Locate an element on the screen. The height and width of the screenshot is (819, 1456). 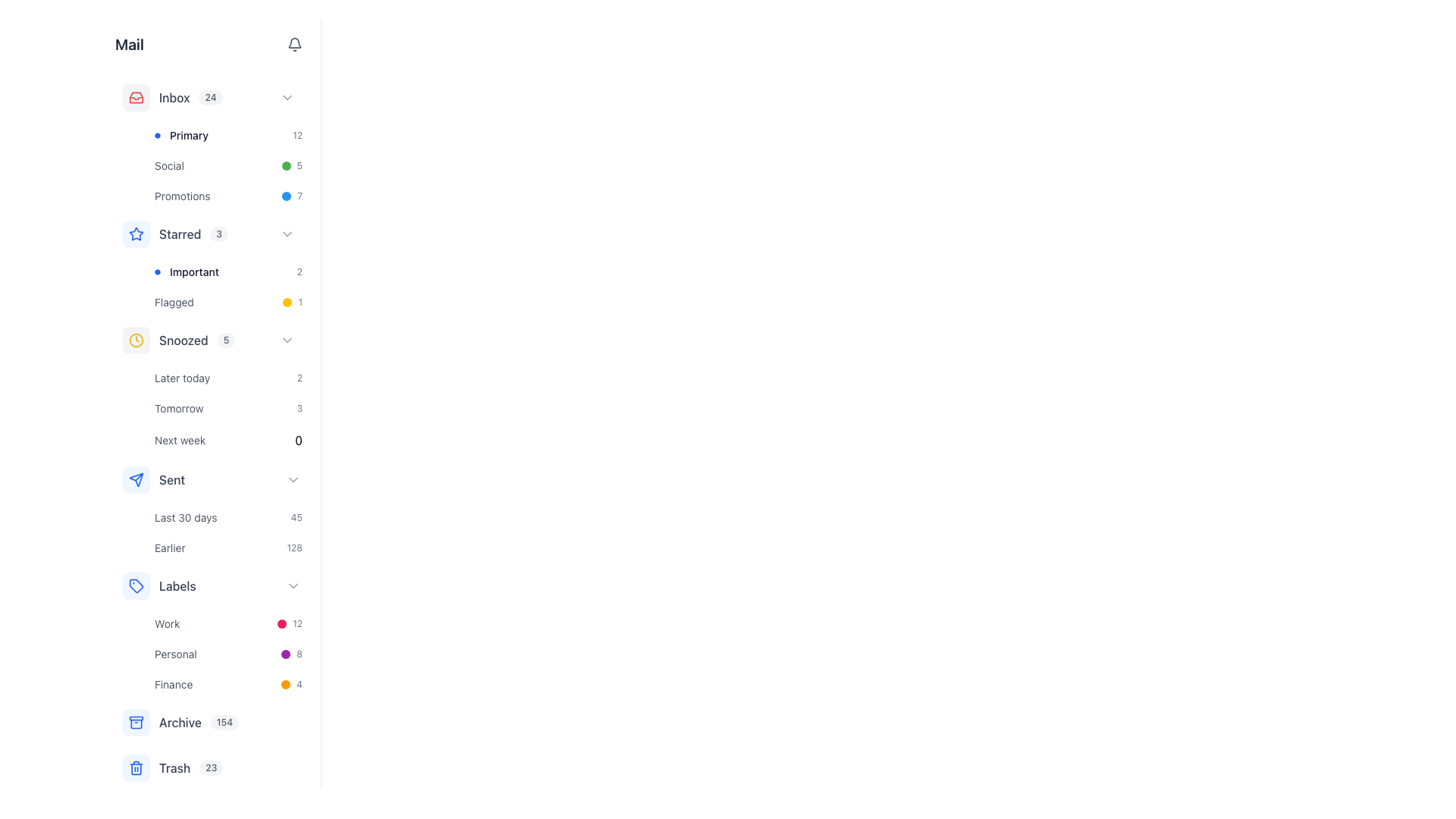
the 'Tomorrow' list item in the vertical menu is located at coordinates (227, 409).